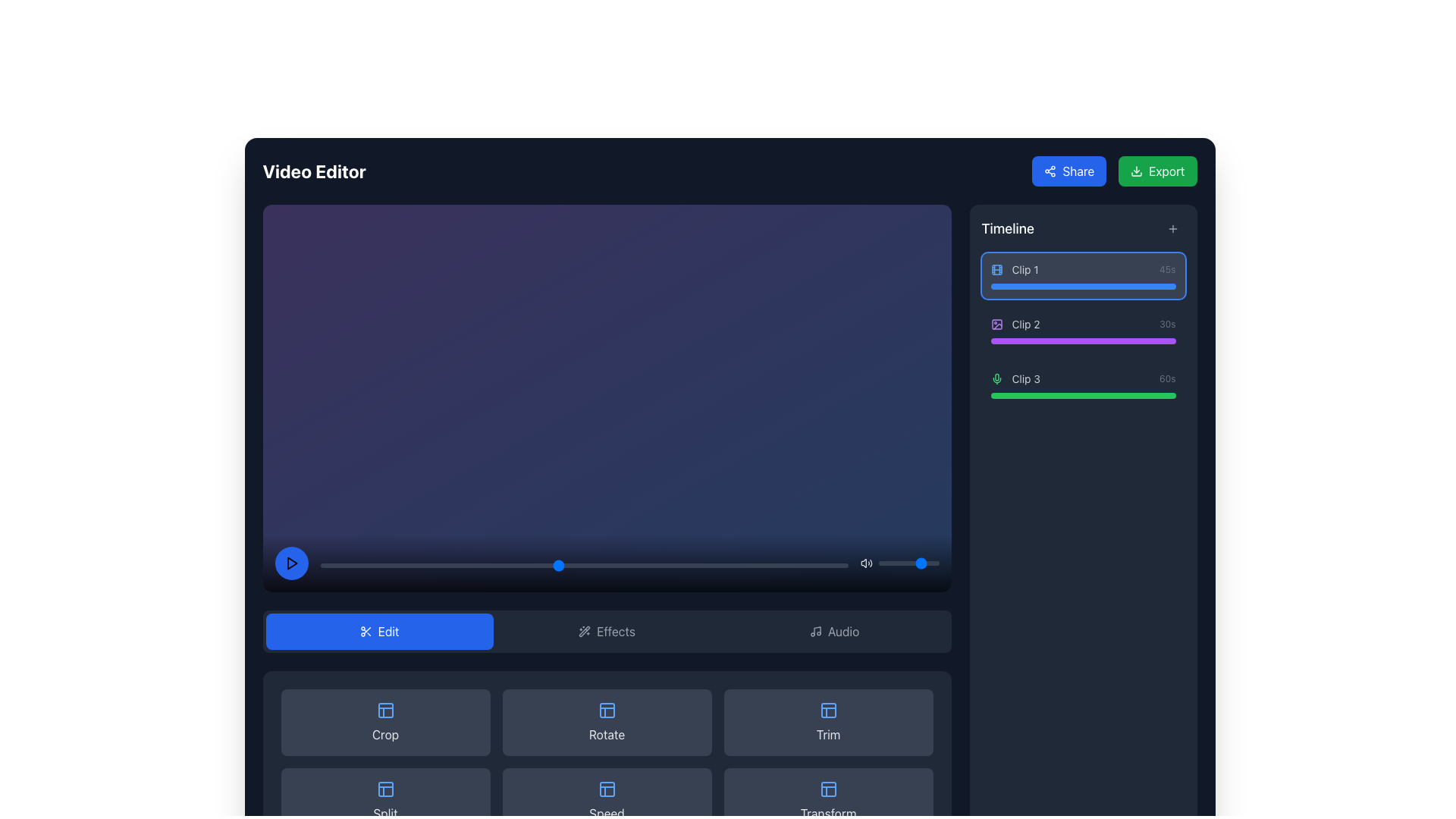  I want to click on the microphone icon outlined in green, located next to 'Clip 3' in the timeline area for informational purposes, so click(996, 378).